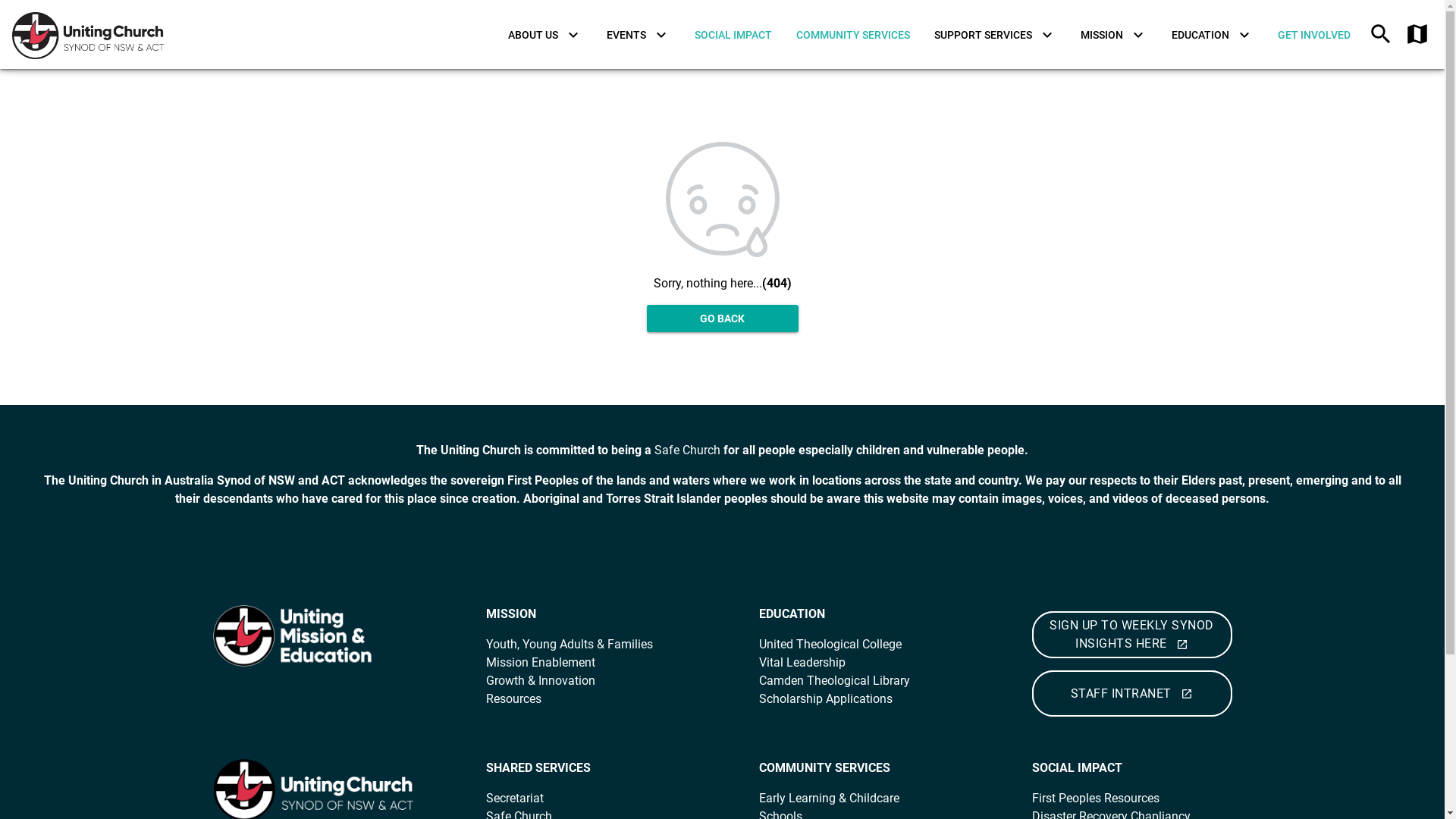  I want to click on 'GO BACK', so click(645, 318).